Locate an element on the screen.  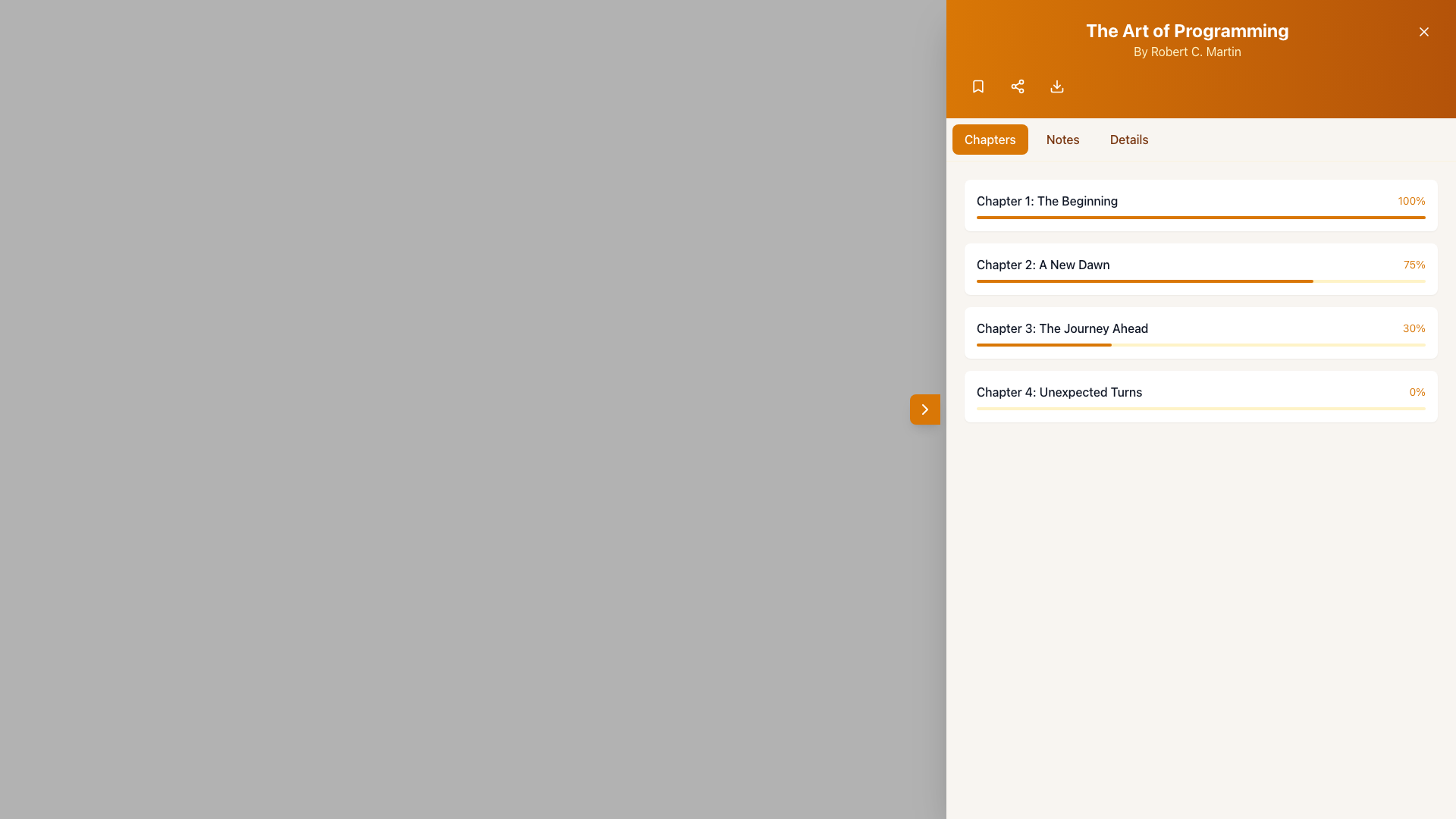
the download button located in the top-right corner of the orange header section, to the right of the share button, to initiate the download is located at coordinates (1056, 86).